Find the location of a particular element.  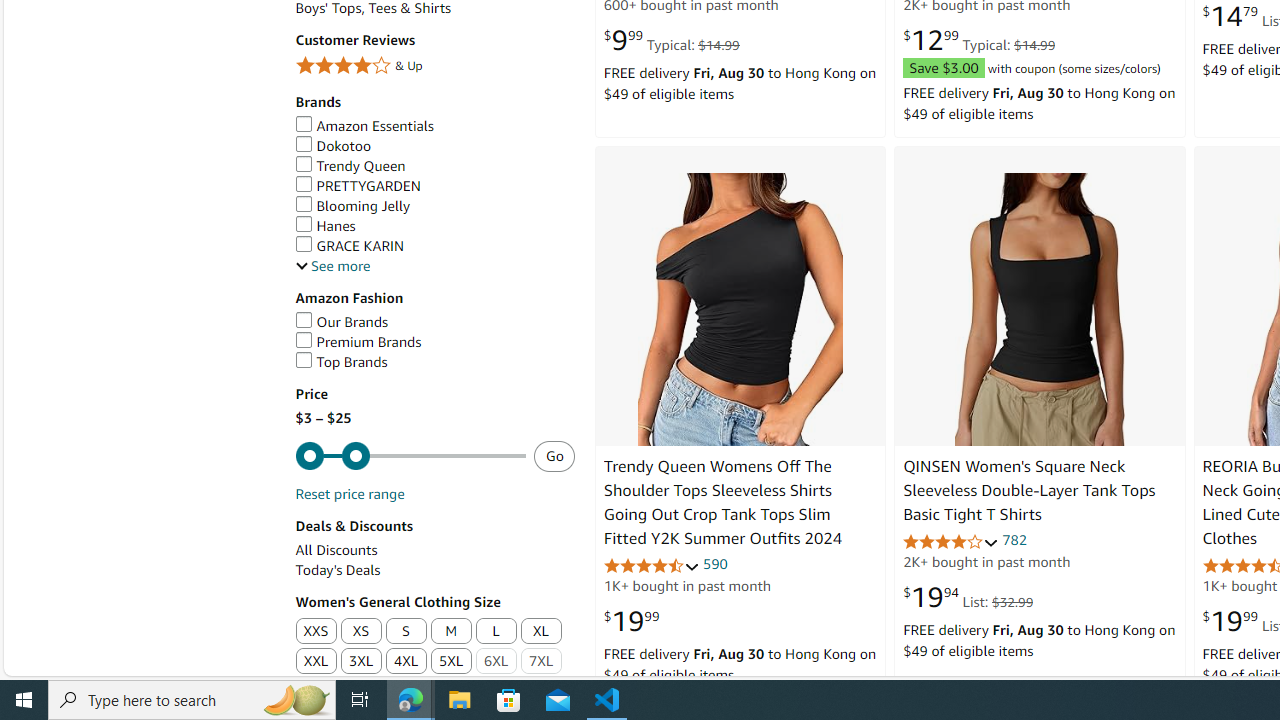

'4 Stars & Up' is located at coordinates (433, 65).